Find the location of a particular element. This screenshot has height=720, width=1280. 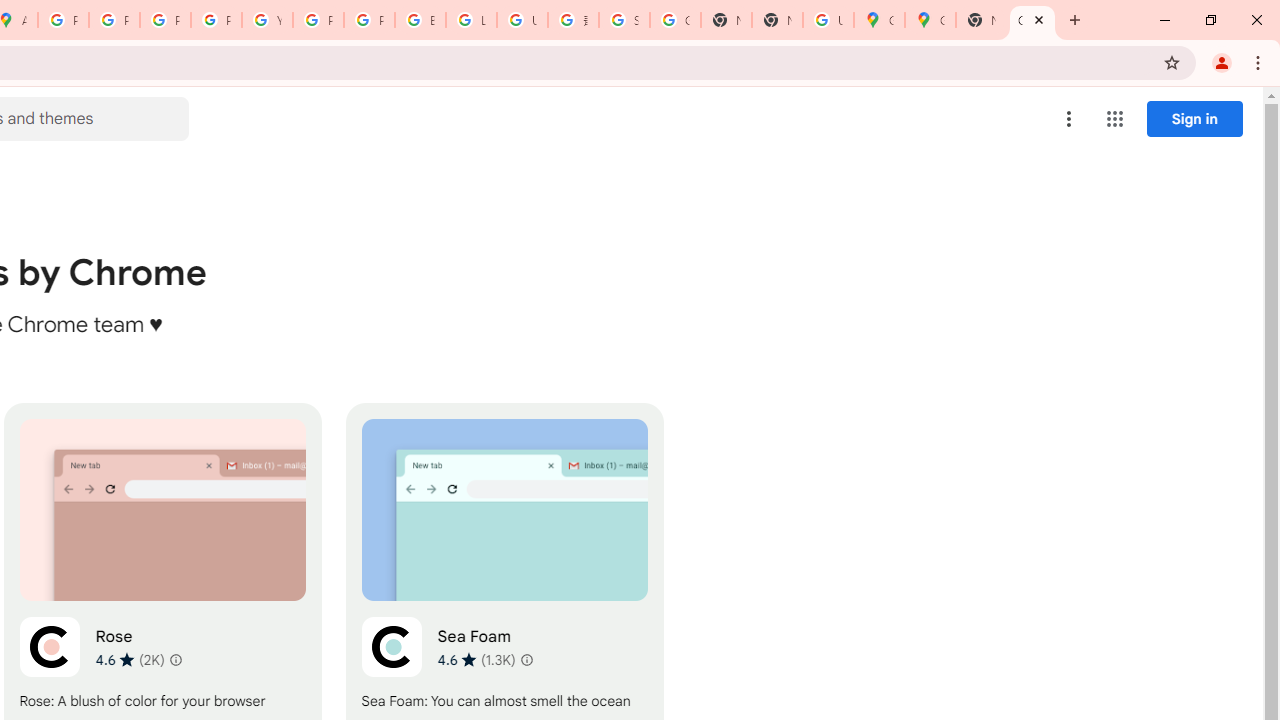

'Learn more about results and reviews "Rose"' is located at coordinates (176, 659).